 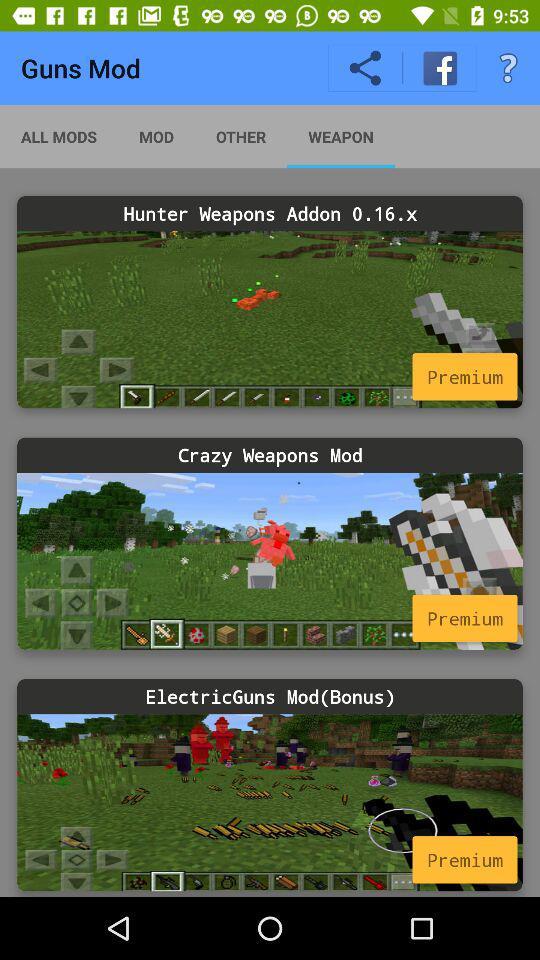 I want to click on mod, so click(x=270, y=561).